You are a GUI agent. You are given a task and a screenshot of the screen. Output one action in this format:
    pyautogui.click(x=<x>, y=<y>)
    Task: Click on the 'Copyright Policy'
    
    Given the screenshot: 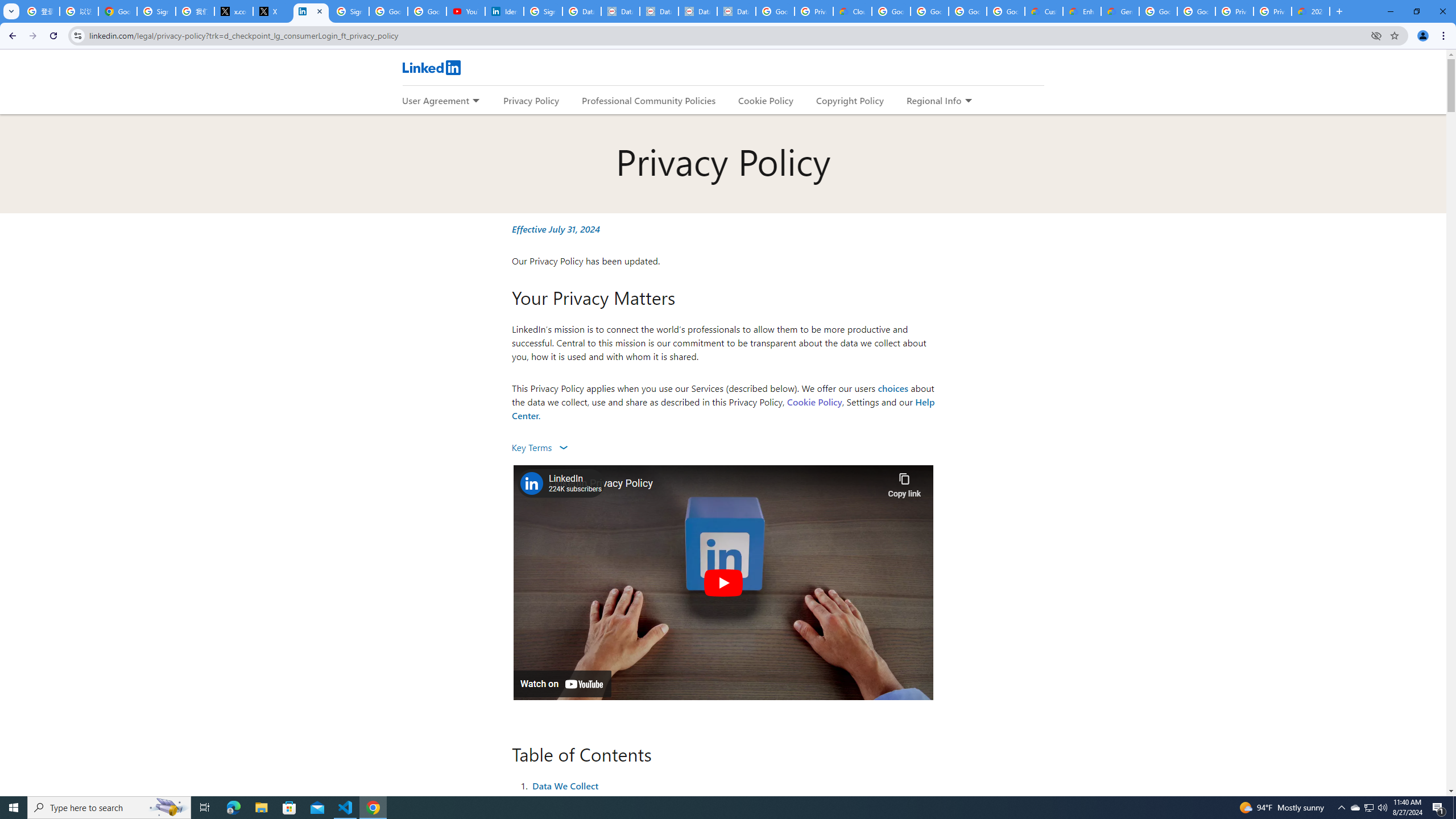 What is the action you would take?
    pyautogui.click(x=849, y=100)
    